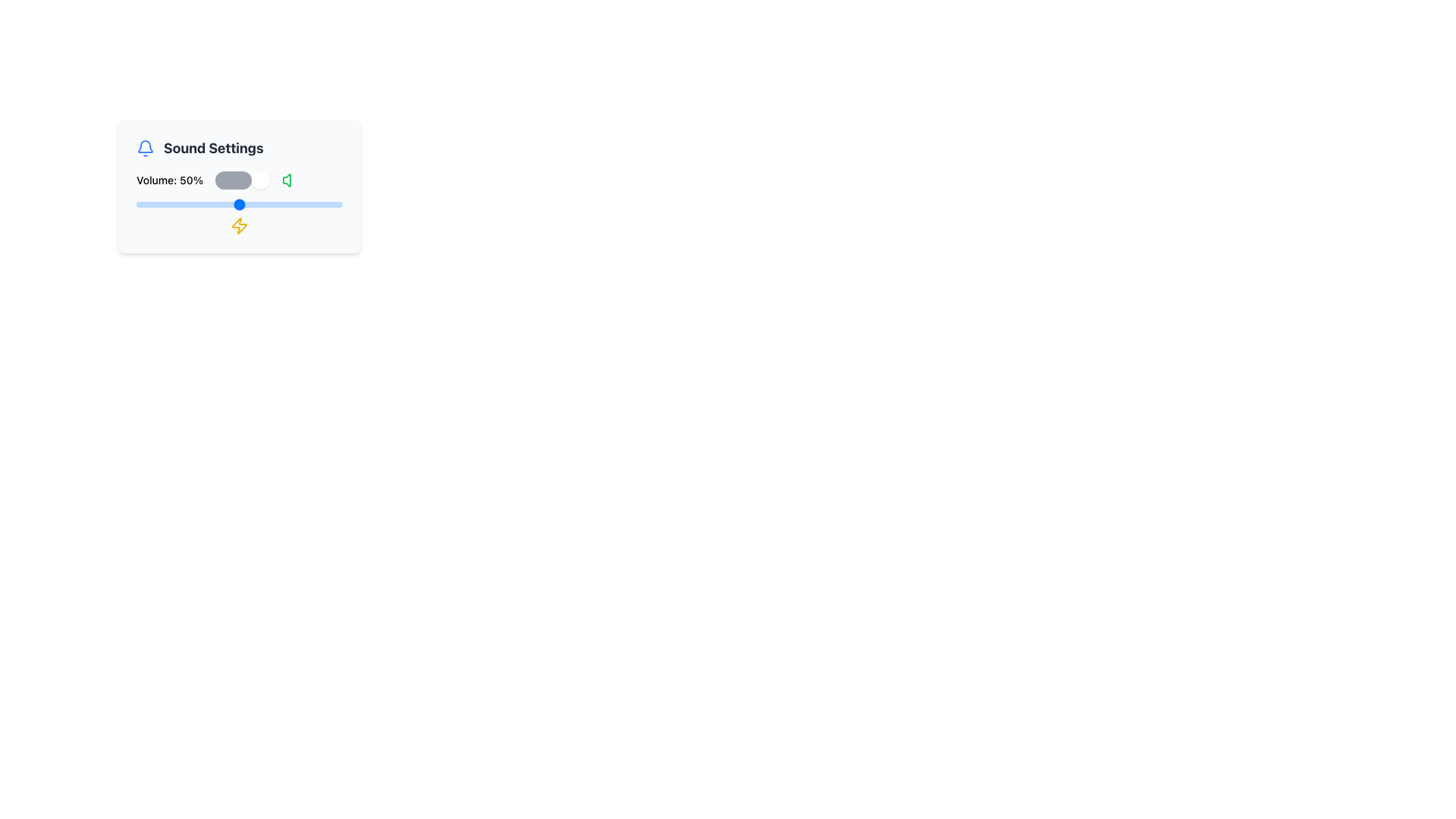  What do you see at coordinates (199, 205) in the screenshot?
I see `the volume` at bounding box center [199, 205].